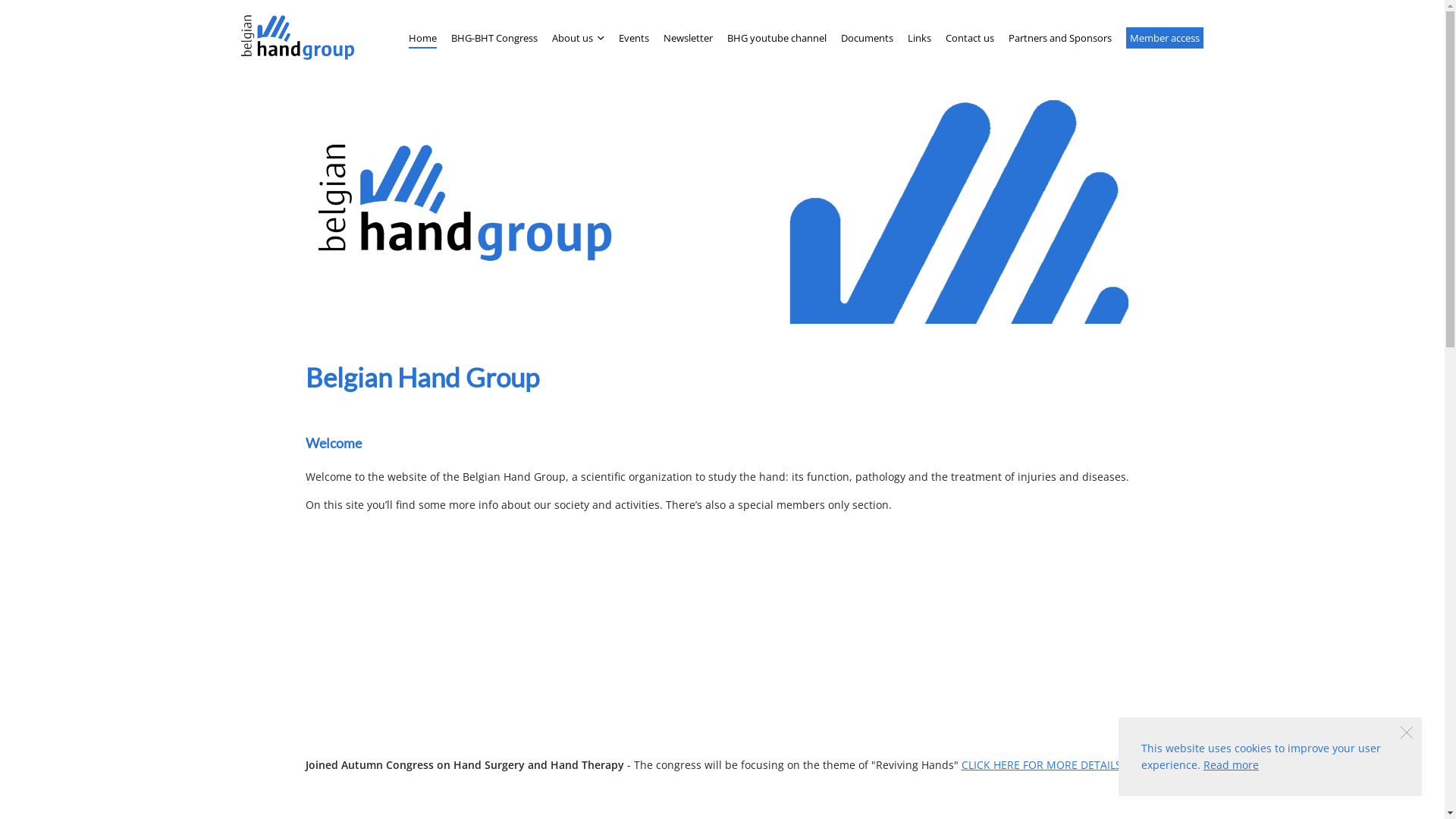 This screenshot has height=819, width=1456. Describe the element at coordinates (907, 37) in the screenshot. I see `'Links'` at that location.